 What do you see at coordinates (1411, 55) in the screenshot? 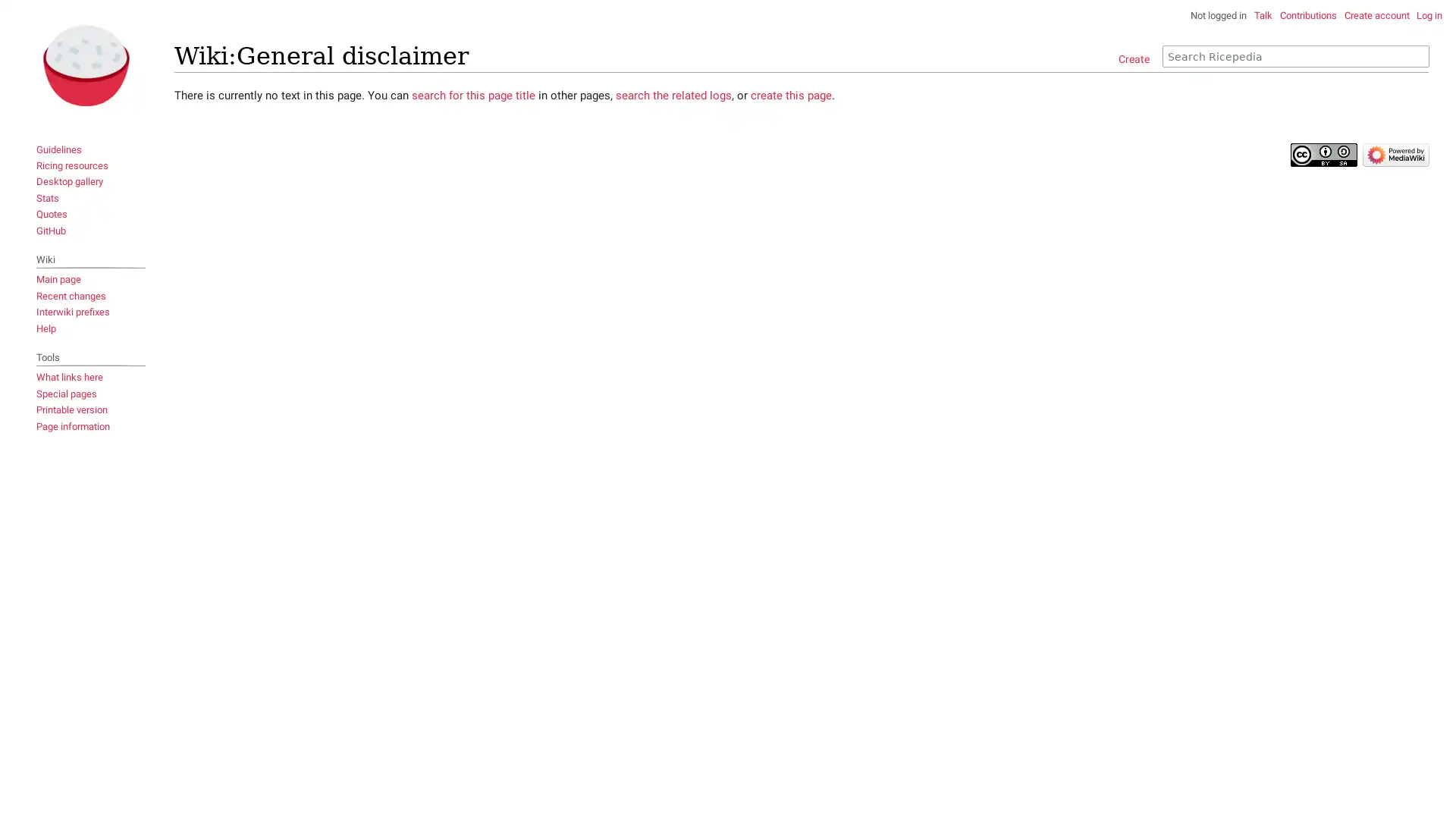
I see `Go` at bounding box center [1411, 55].